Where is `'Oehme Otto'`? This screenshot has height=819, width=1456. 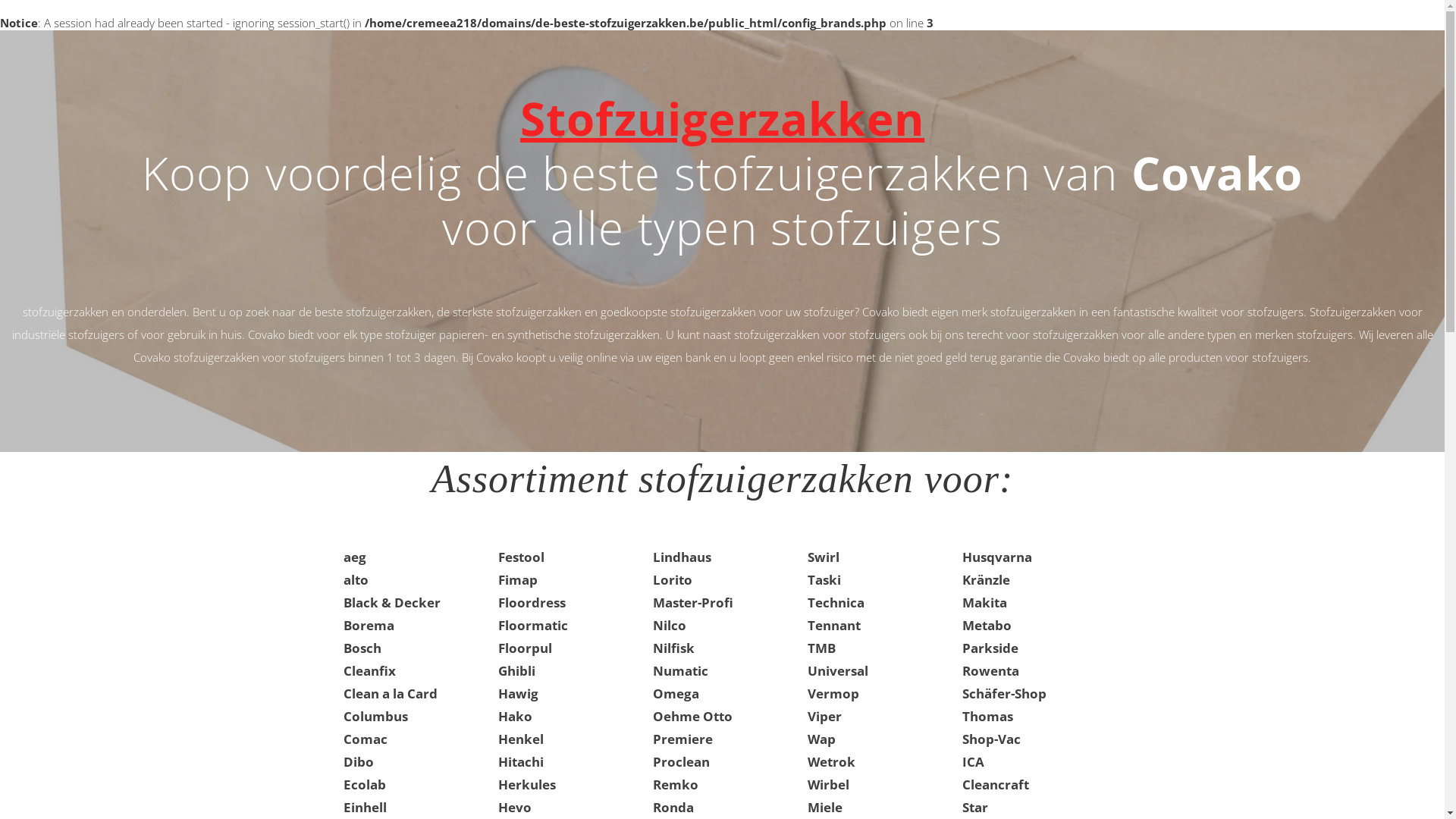 'Oehme Otto' is located at coordinates (691, 716).